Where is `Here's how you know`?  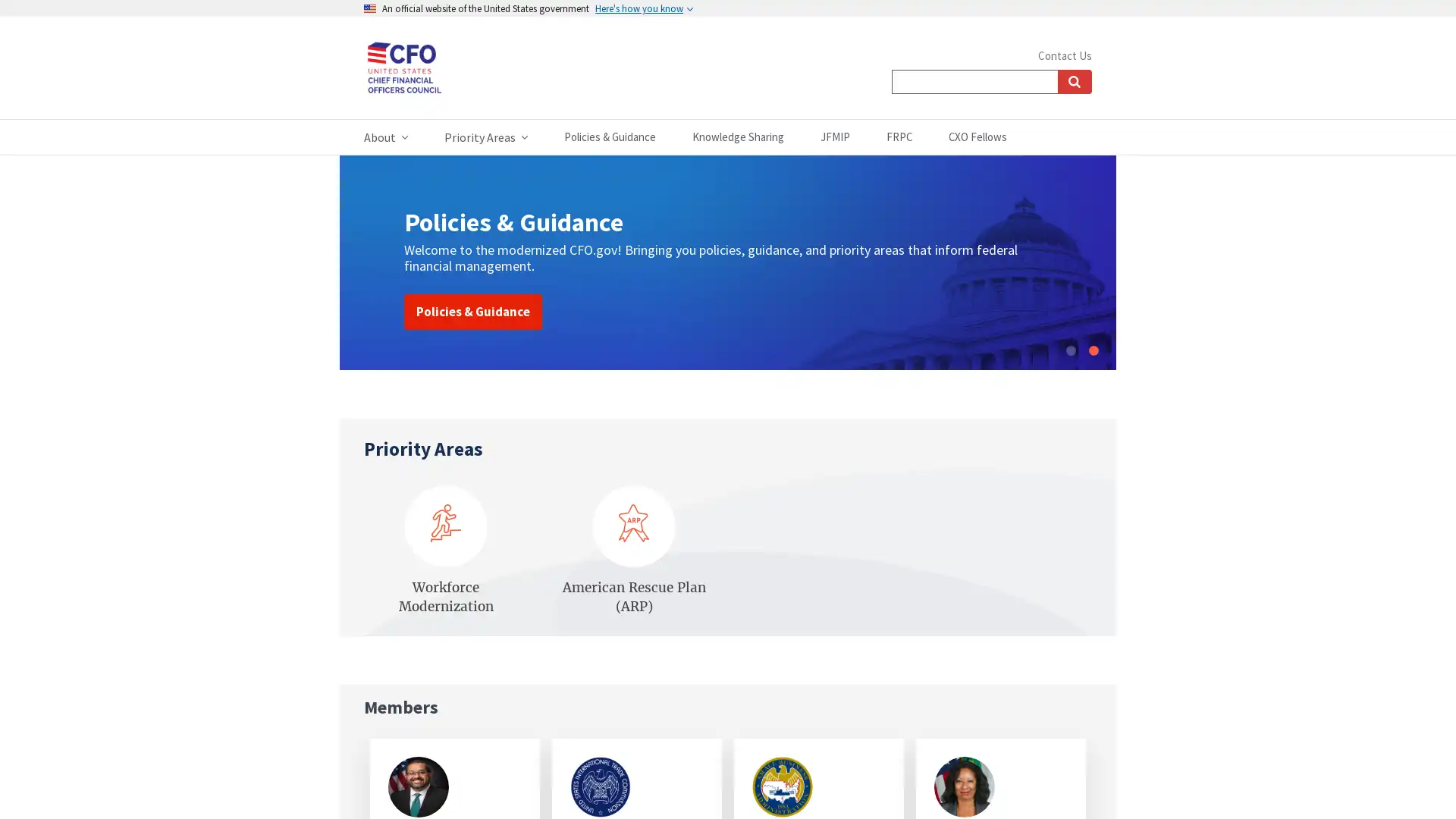 Here's how you know is located at coordinates (644, 8).